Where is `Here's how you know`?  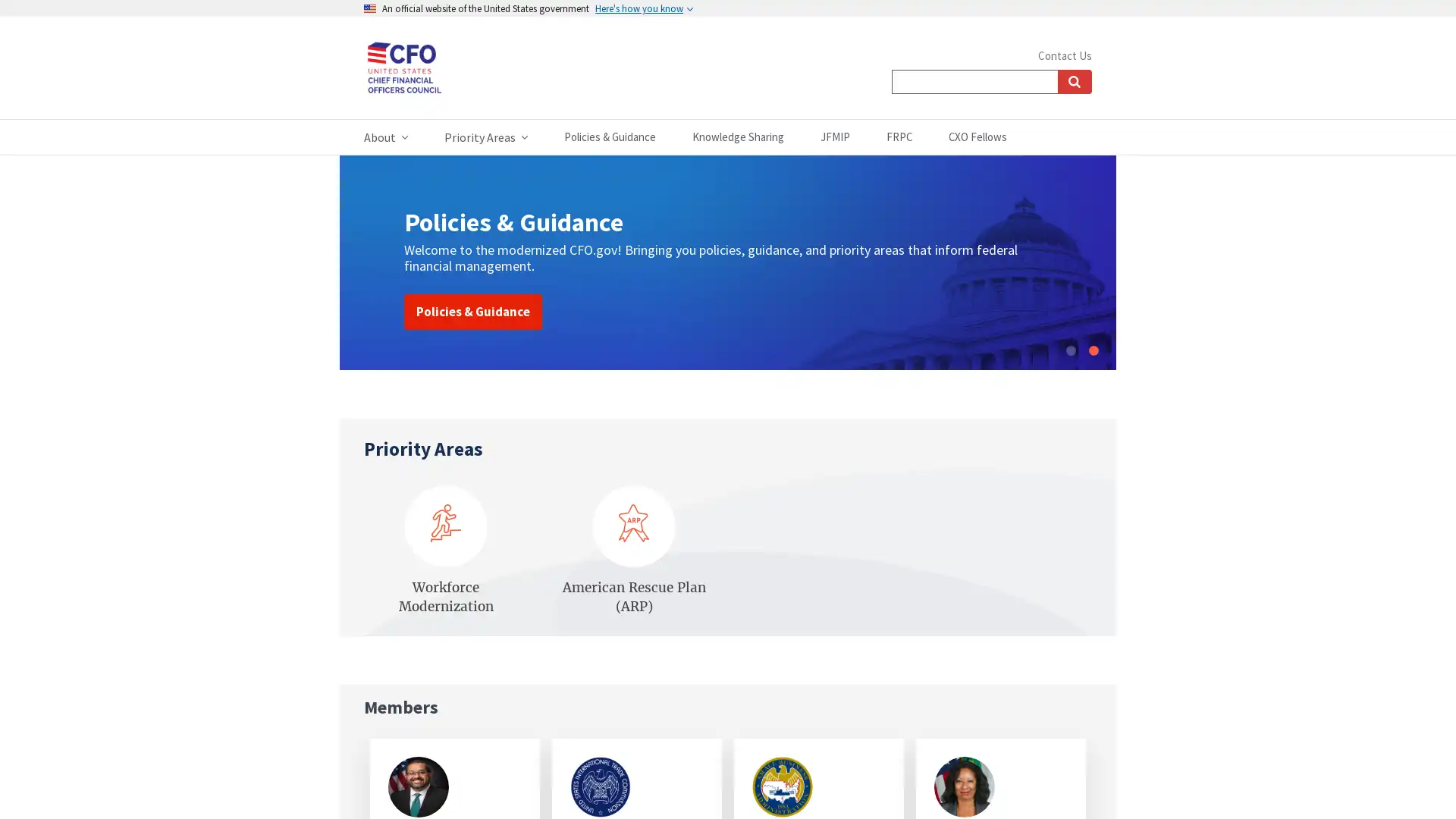 Here's how you know is located at coordinates (644, 8).